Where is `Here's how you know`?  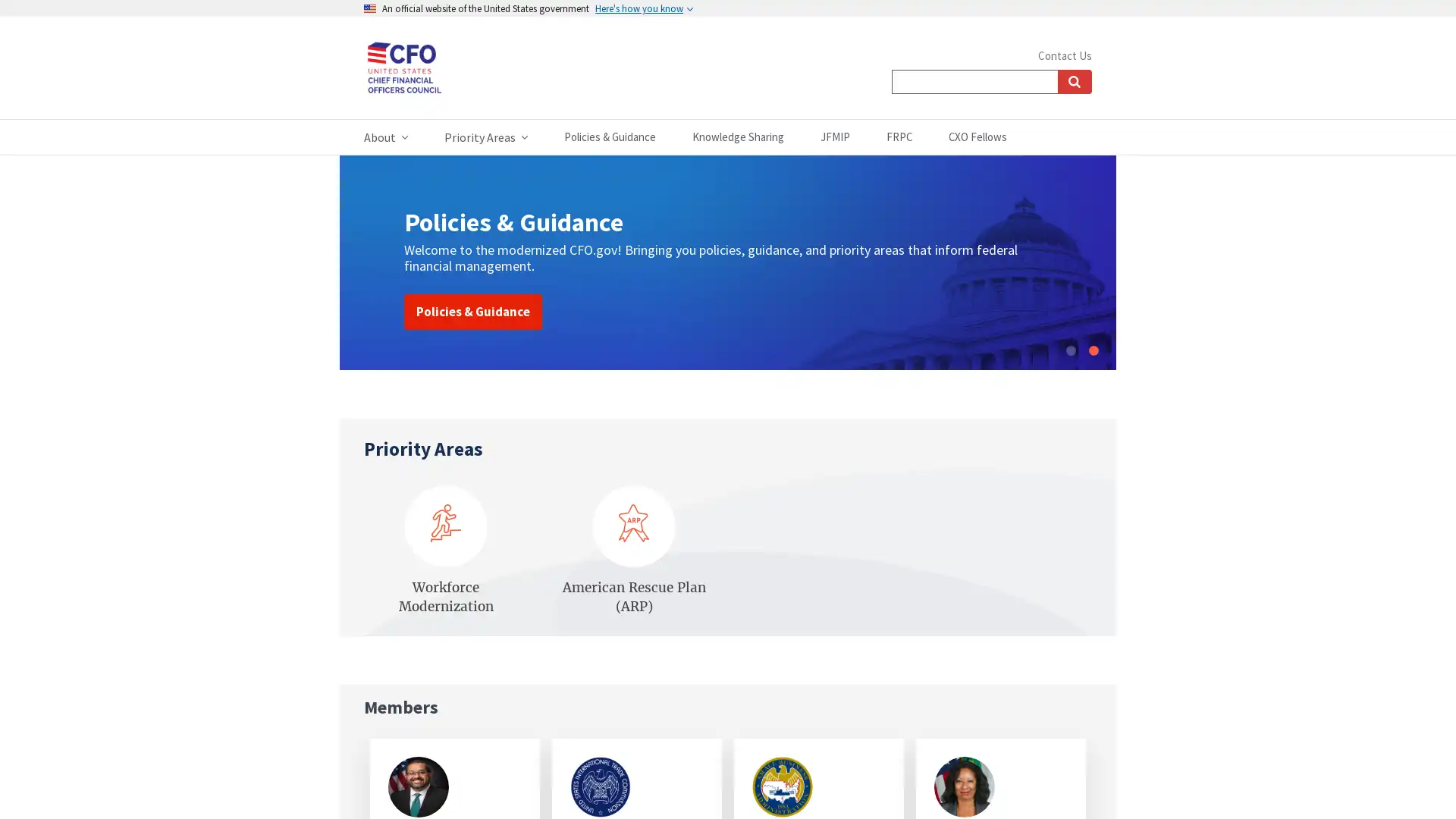 Here's how you know is located at coordinates (644, 8).